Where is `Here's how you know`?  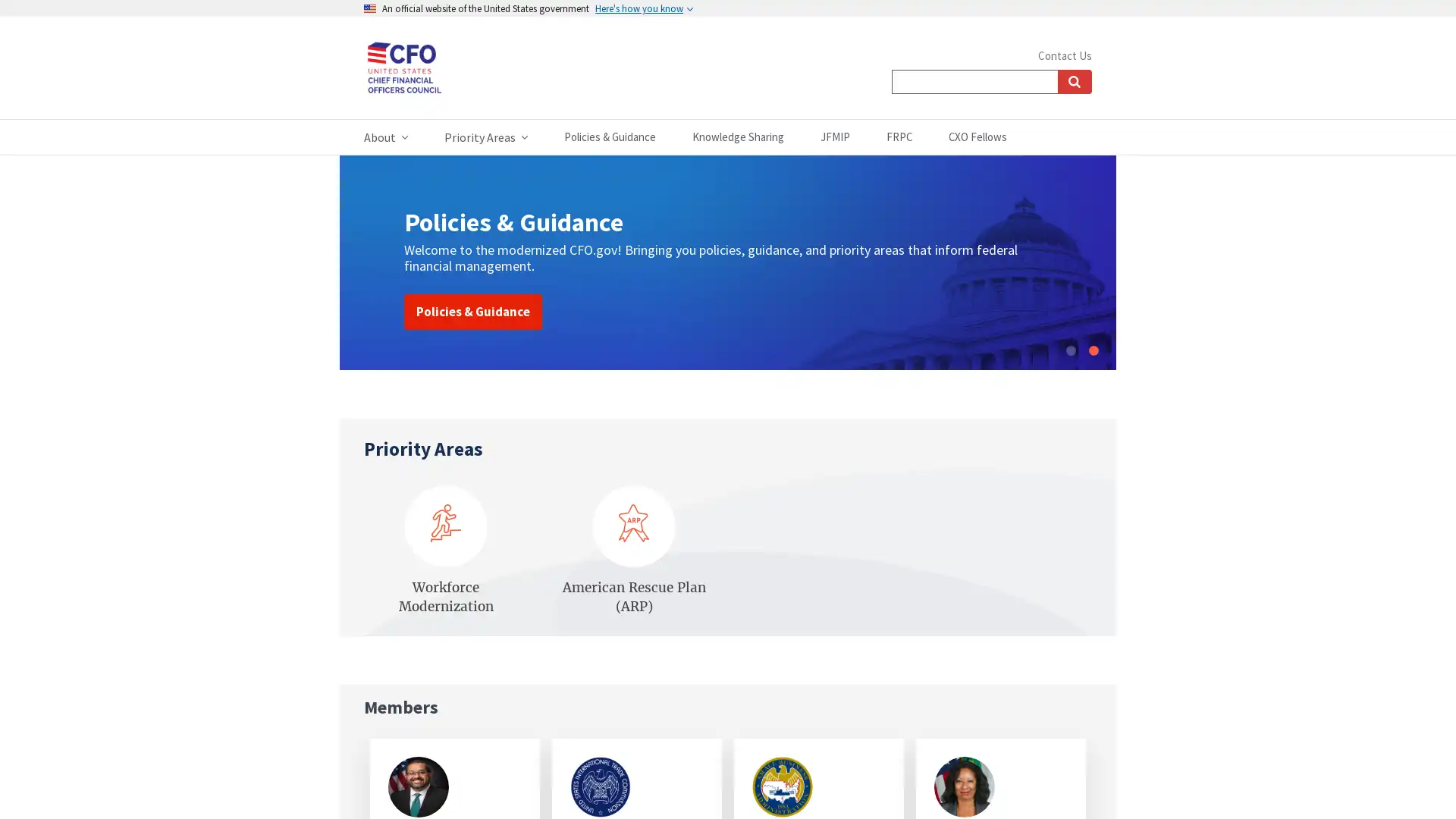 Here's how you know is located at coordinates (644, 8).